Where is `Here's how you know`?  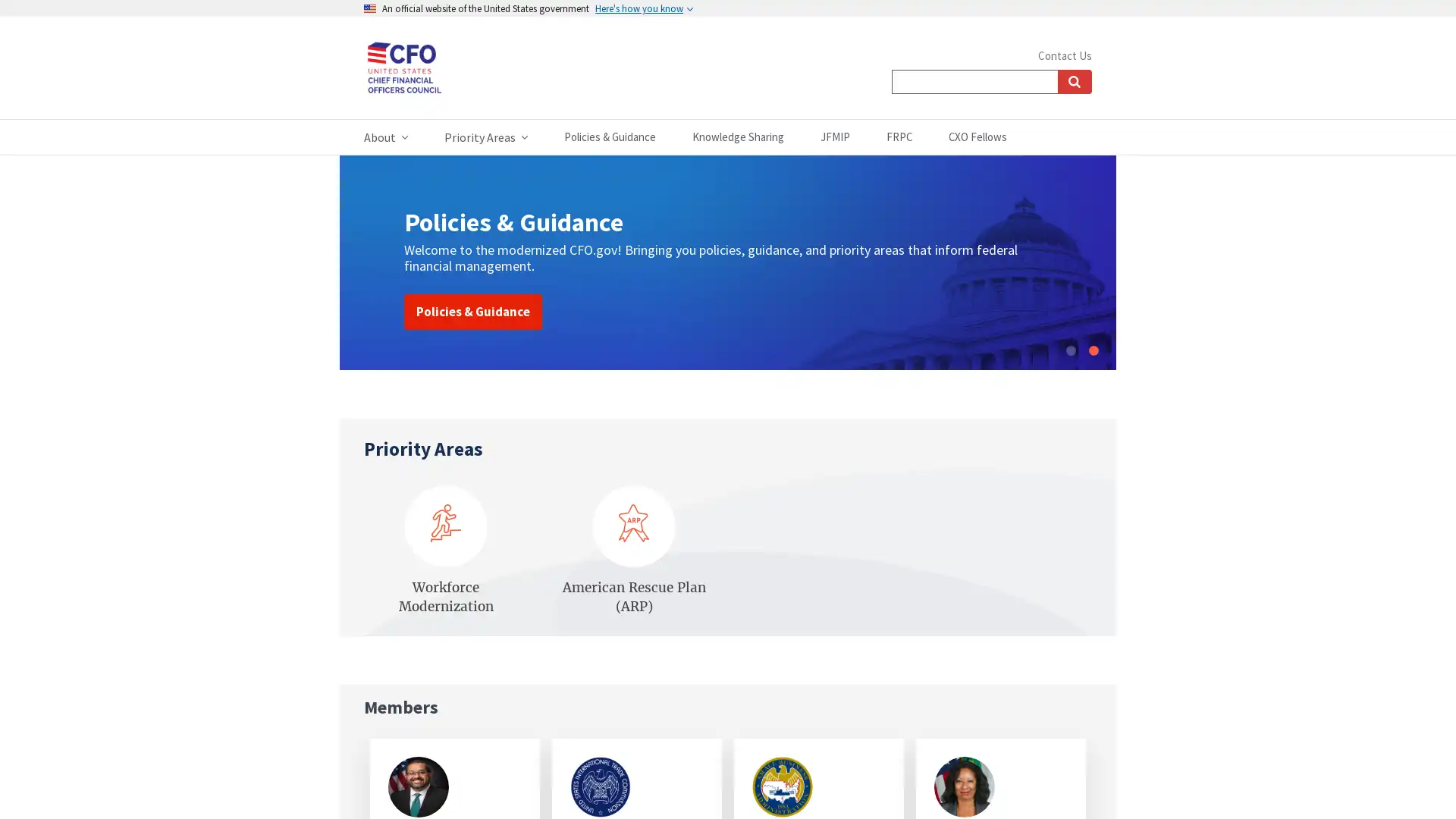 Here's how you know is located at coordinates (644, 8).